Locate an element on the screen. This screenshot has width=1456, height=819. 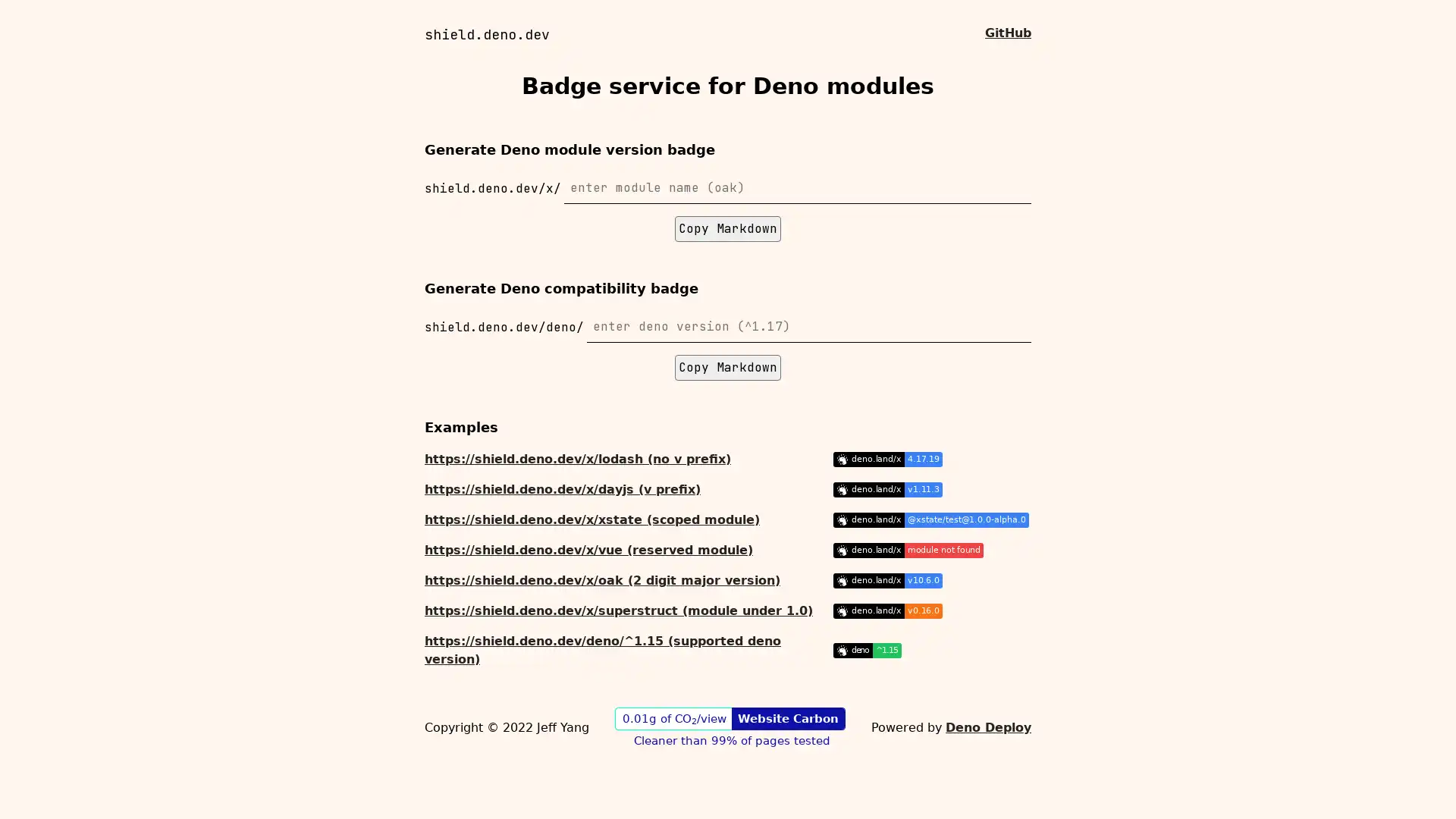
Copy Markdown is located at coordinates (728, 228).